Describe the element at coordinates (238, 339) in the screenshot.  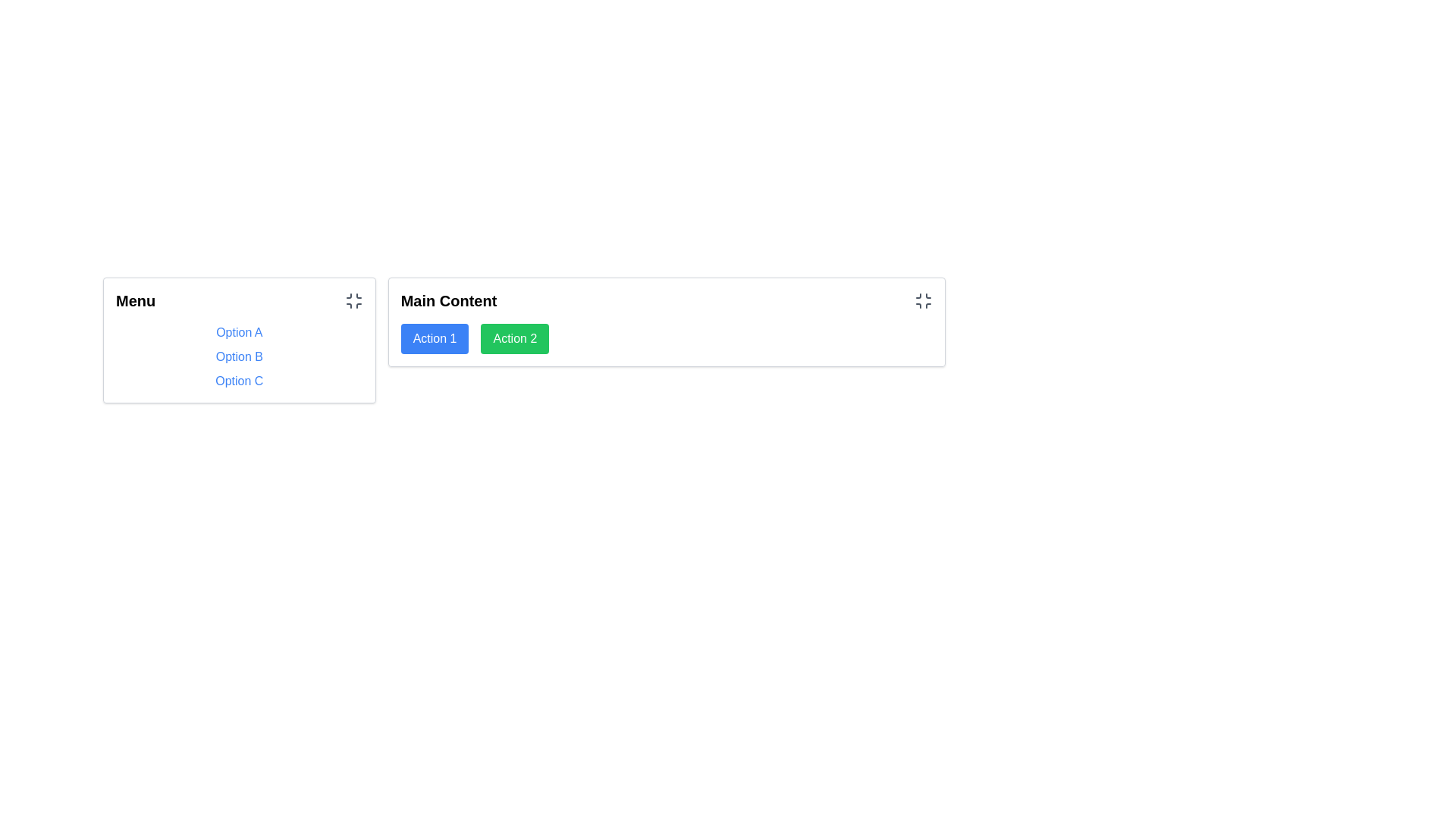
I see `an option in the Navigation list located in the Menu section to underline it` at that location.